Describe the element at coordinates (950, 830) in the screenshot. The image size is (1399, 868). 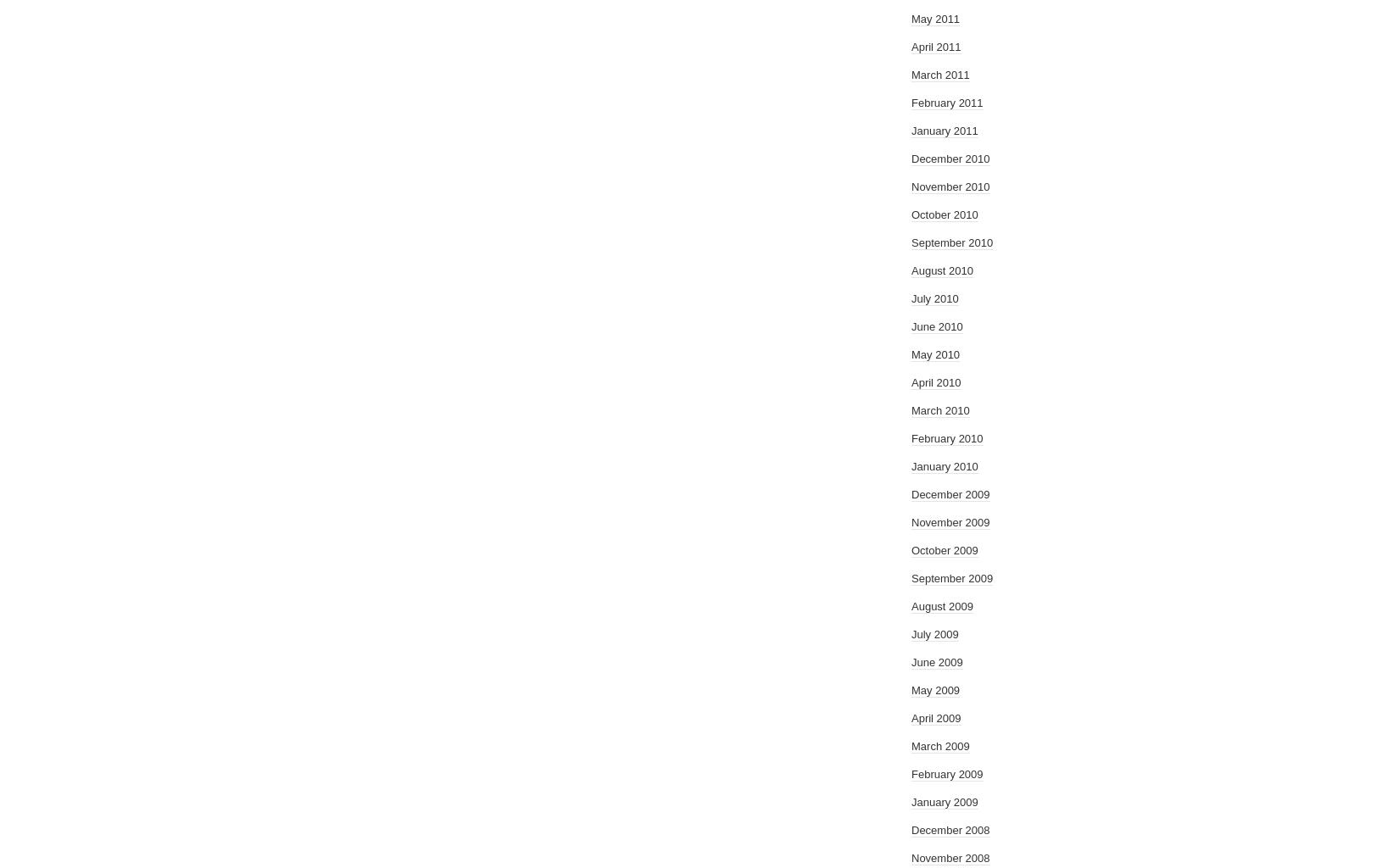
I see `'December 2008'` at that location.